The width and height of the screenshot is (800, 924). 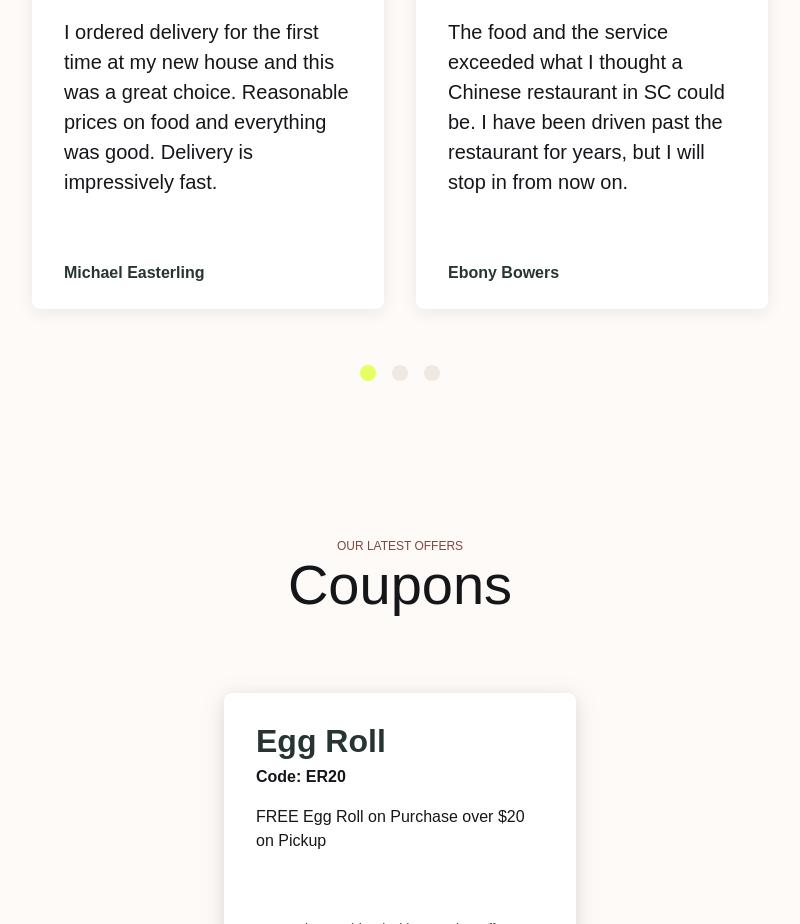 What do you see at coordinates (398, 545) in the screenshot?
I see `'Our Latest Offers'` at bounding box center [398, 545].